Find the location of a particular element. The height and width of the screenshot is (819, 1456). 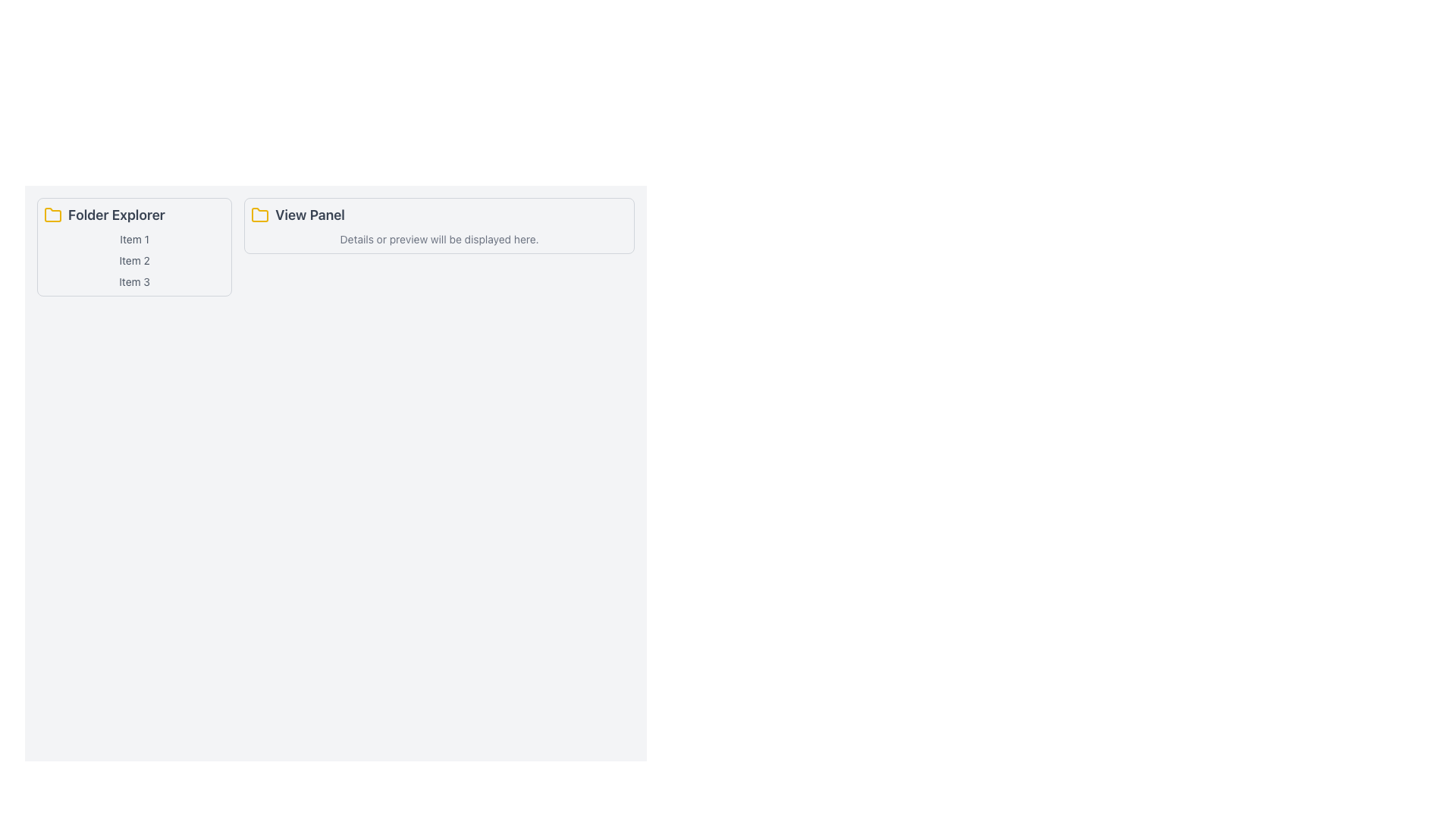

the first text label in the 'Folder Explorer' section is located at coordinates (134, 239).